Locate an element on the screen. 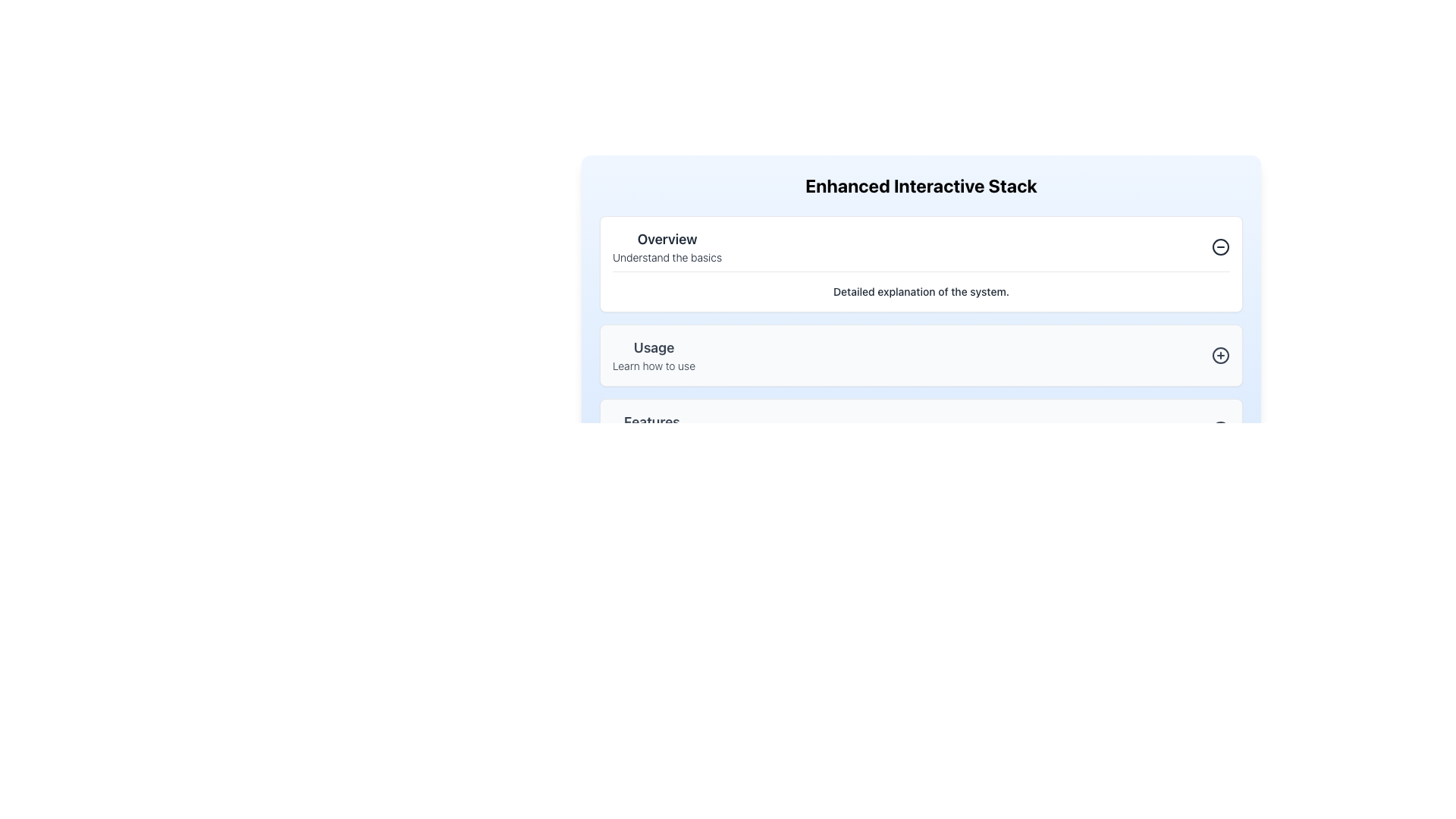  the circular IconButton with a '+' symbol located on the right side of the 'Usage' section is located at coordinates (1220, 356).